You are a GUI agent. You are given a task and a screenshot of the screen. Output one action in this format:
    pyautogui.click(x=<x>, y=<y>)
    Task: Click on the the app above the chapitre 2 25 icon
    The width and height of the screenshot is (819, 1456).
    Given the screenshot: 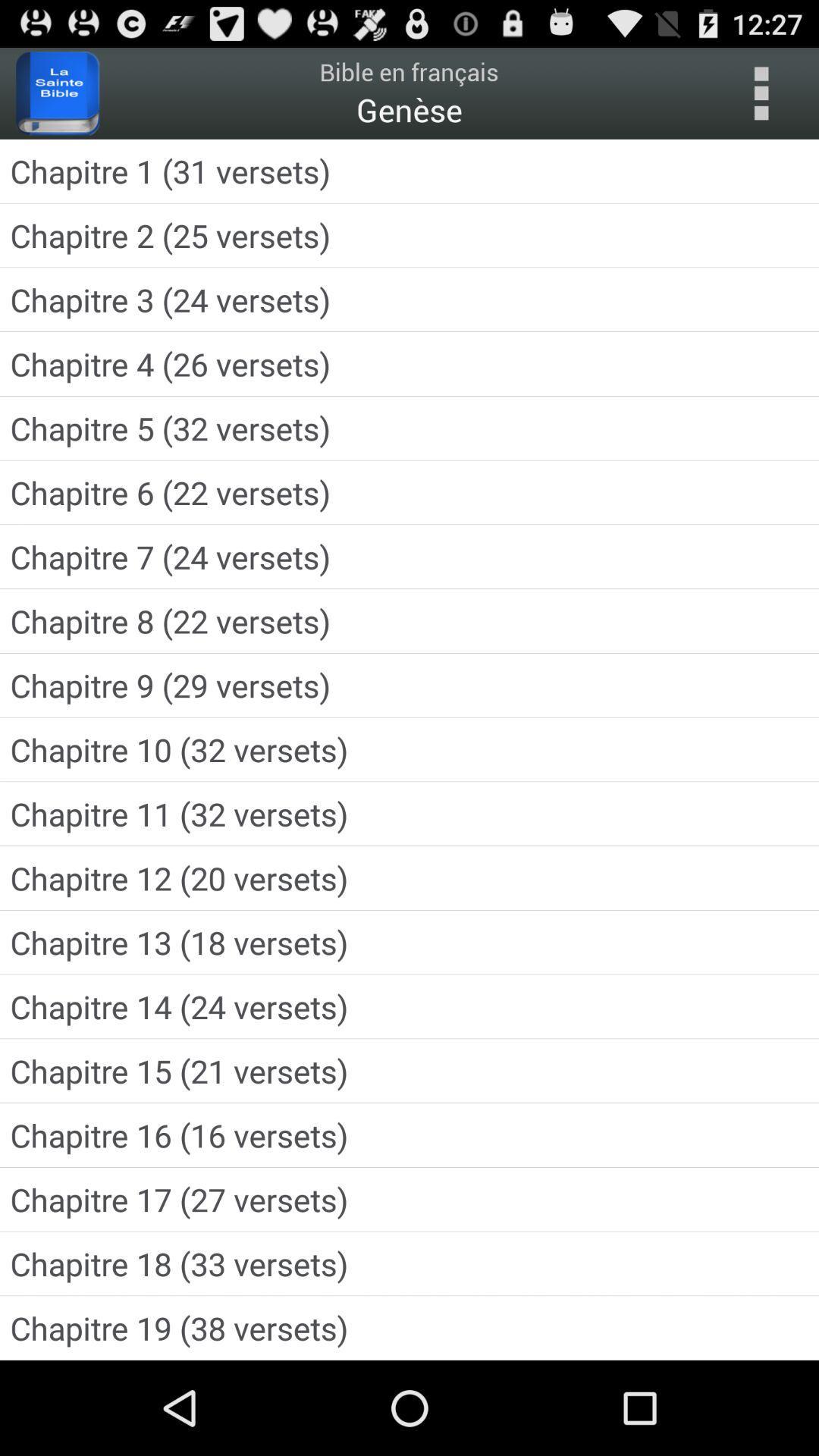 What is the action you would take?
    pyautogui.click(x=409, y=171)
    